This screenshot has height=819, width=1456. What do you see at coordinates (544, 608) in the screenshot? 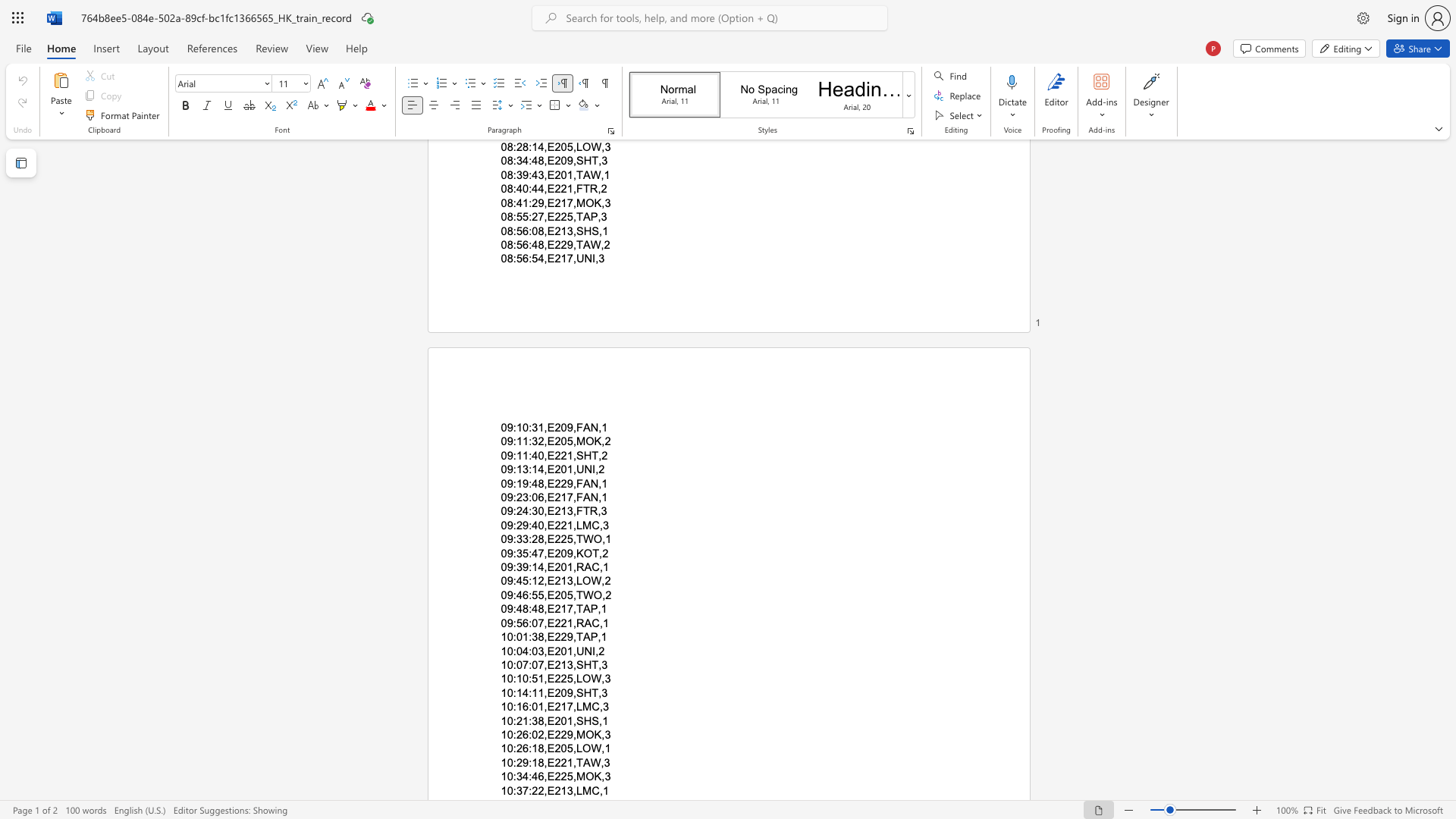
I see `the subset text ",E217,TA" within the text "09:48:48,E217,TAP,1"` at bounding box center [544, 608].